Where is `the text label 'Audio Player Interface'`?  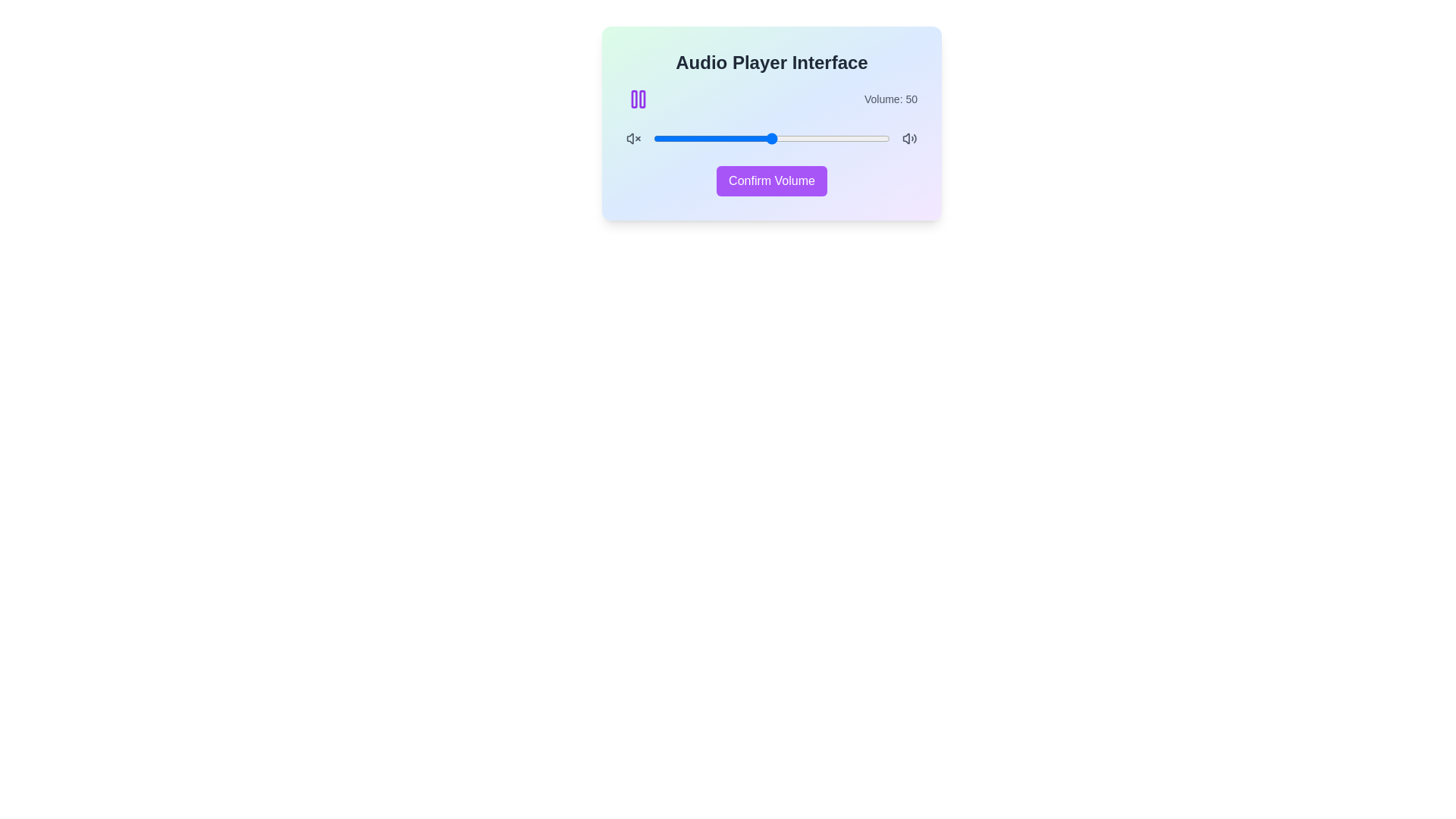 the text label 'Audio Player Interface' is located at coordinates (771, 62).